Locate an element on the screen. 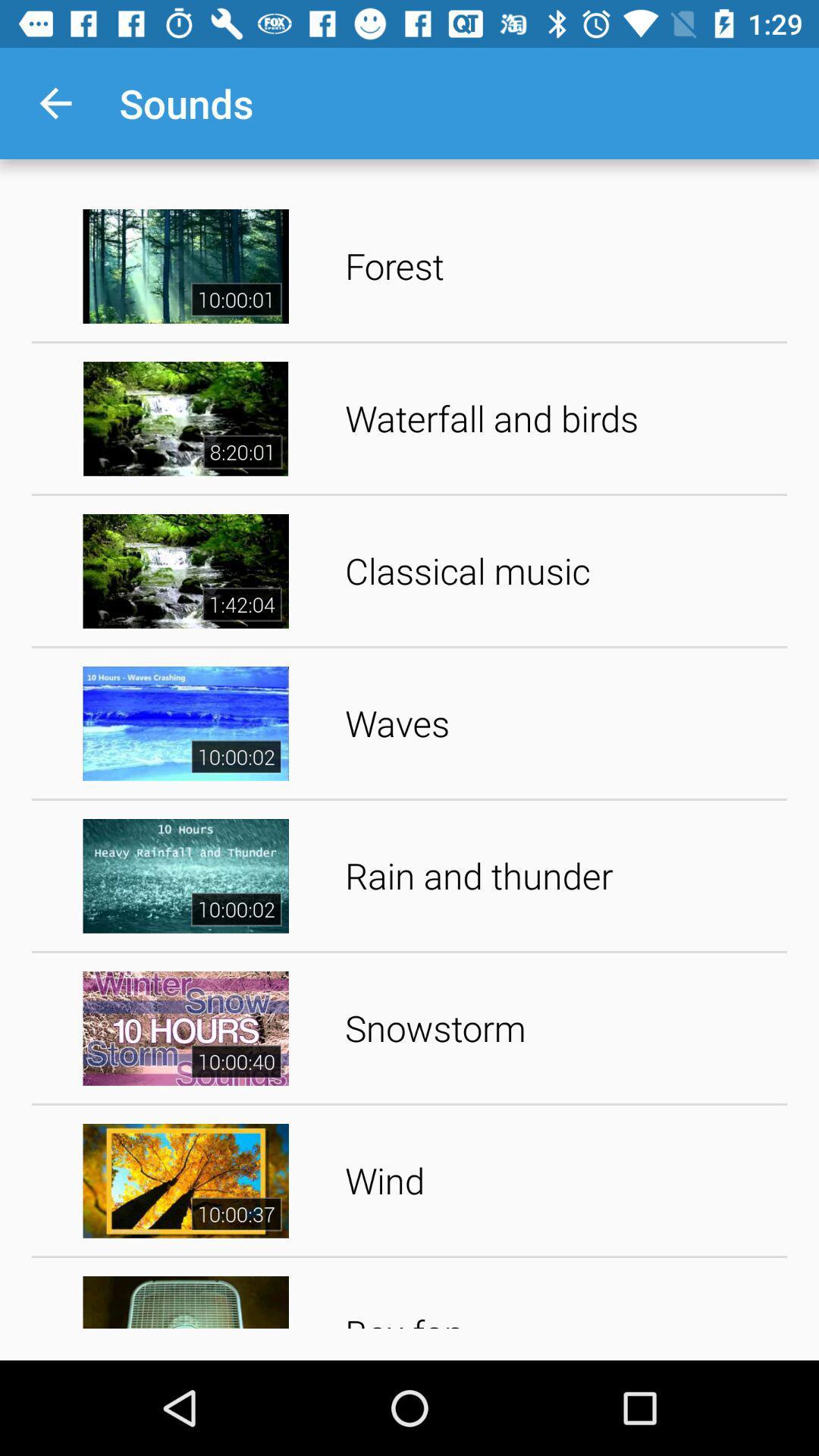  the item above classical music is located at coordinates (560, 419).